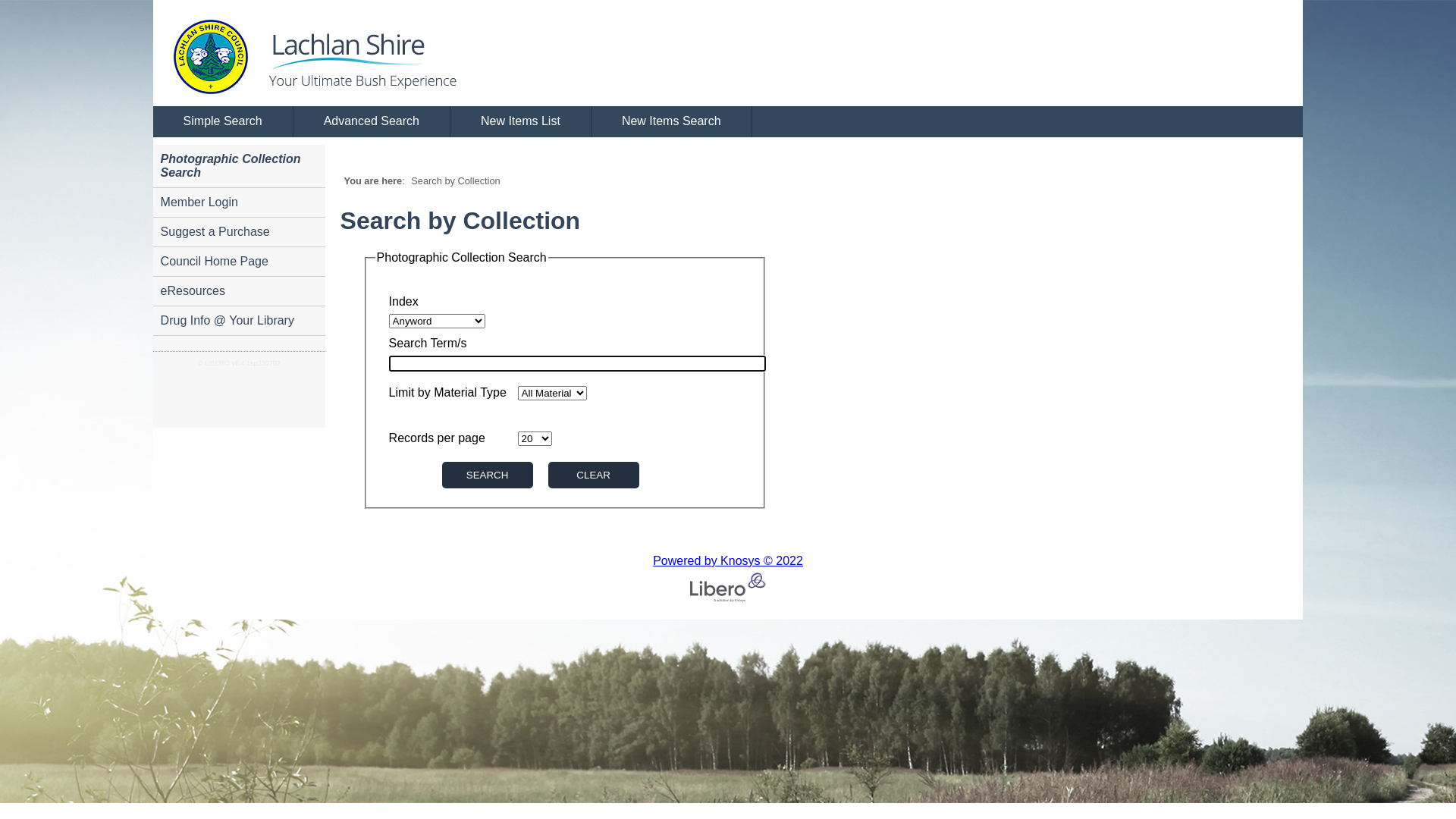  Describe the element at coordinates (238, 166) in the screenshot. I see `'Photographic Collection Search'` at that location.